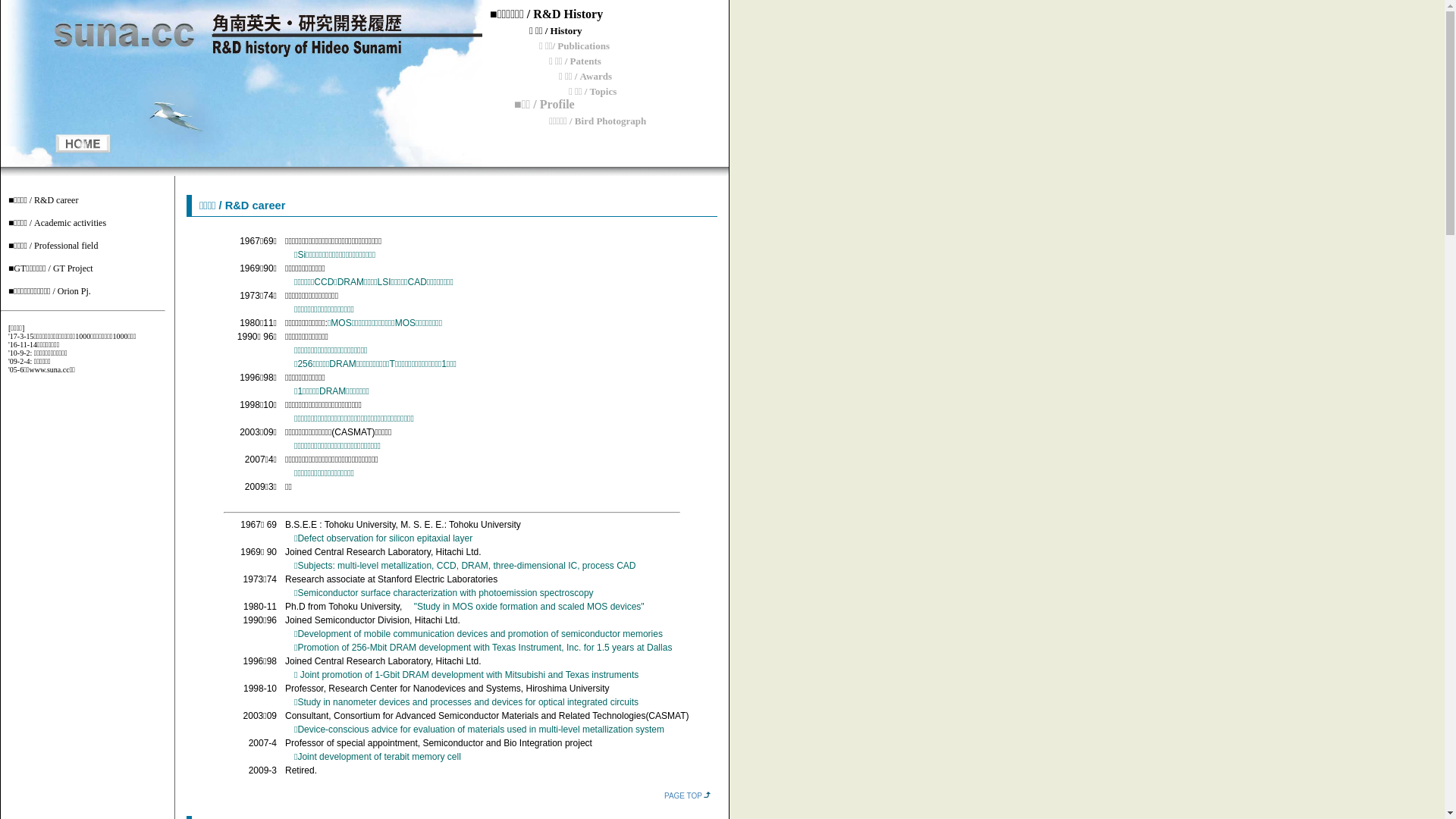 This screenshot has height=819, width=1456. What do you see at coordinates (664, 795) in the screenshot?
I see `'PAGE TOP'` at bounding box center [664, 795].